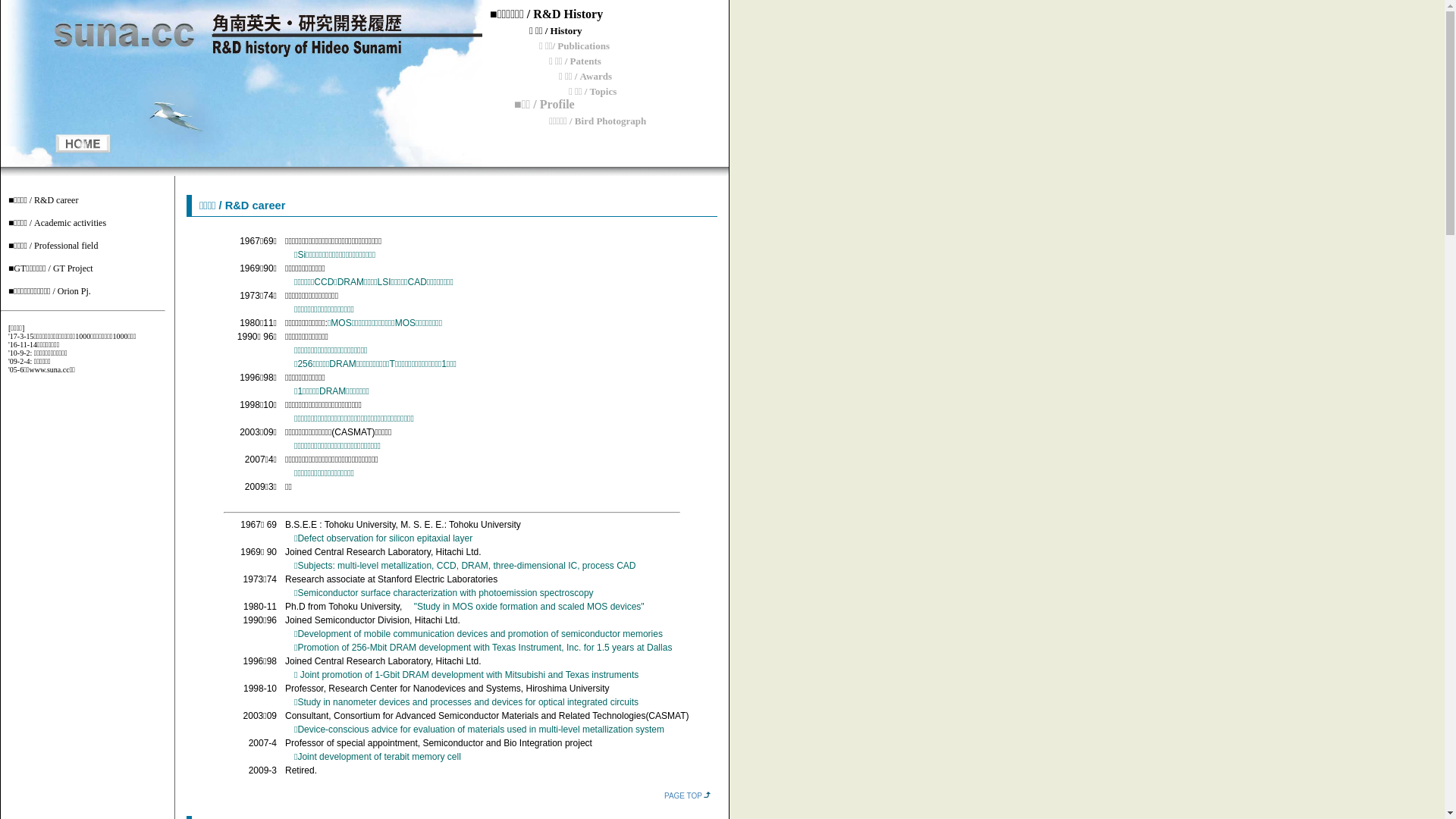 This screenshot has height=819, width=1456. What do you see at coordinates (664, 795) in the screenshot?
I see `'PAGE TOP'` at bounding box center [664, 795].